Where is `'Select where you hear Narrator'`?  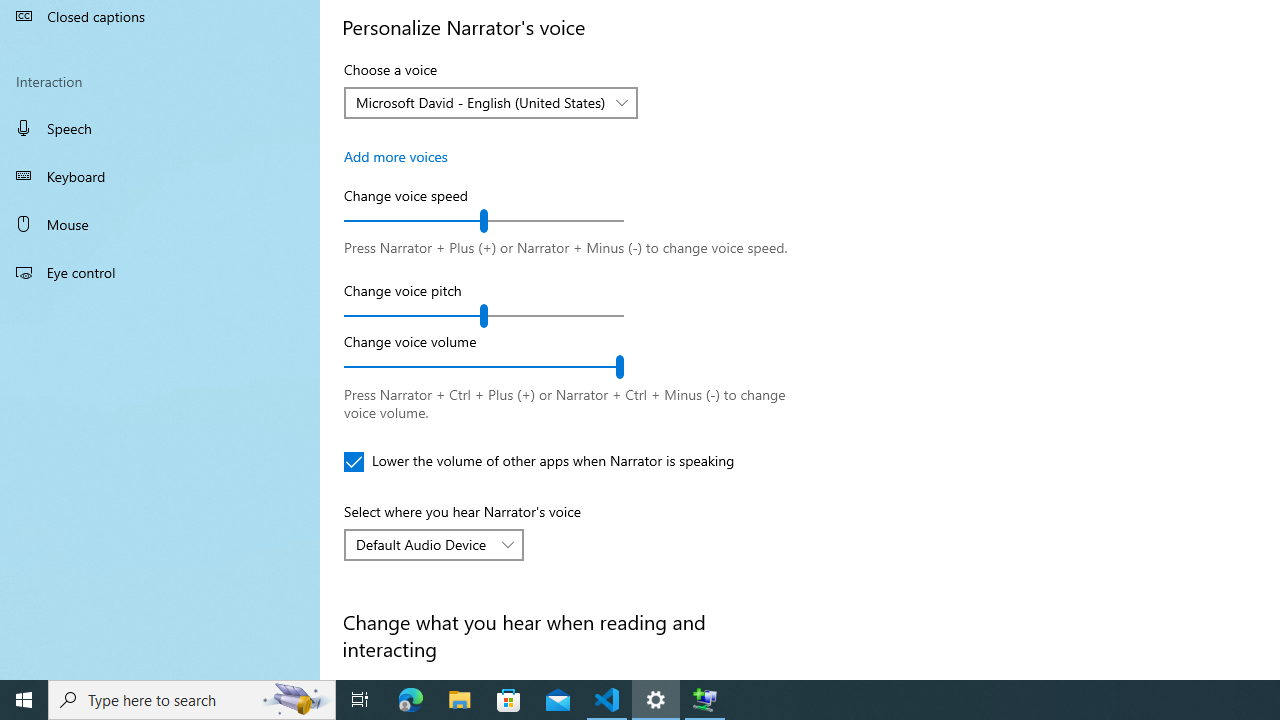
'Select where you hear Narrator' is located at coordinates (432, 545).